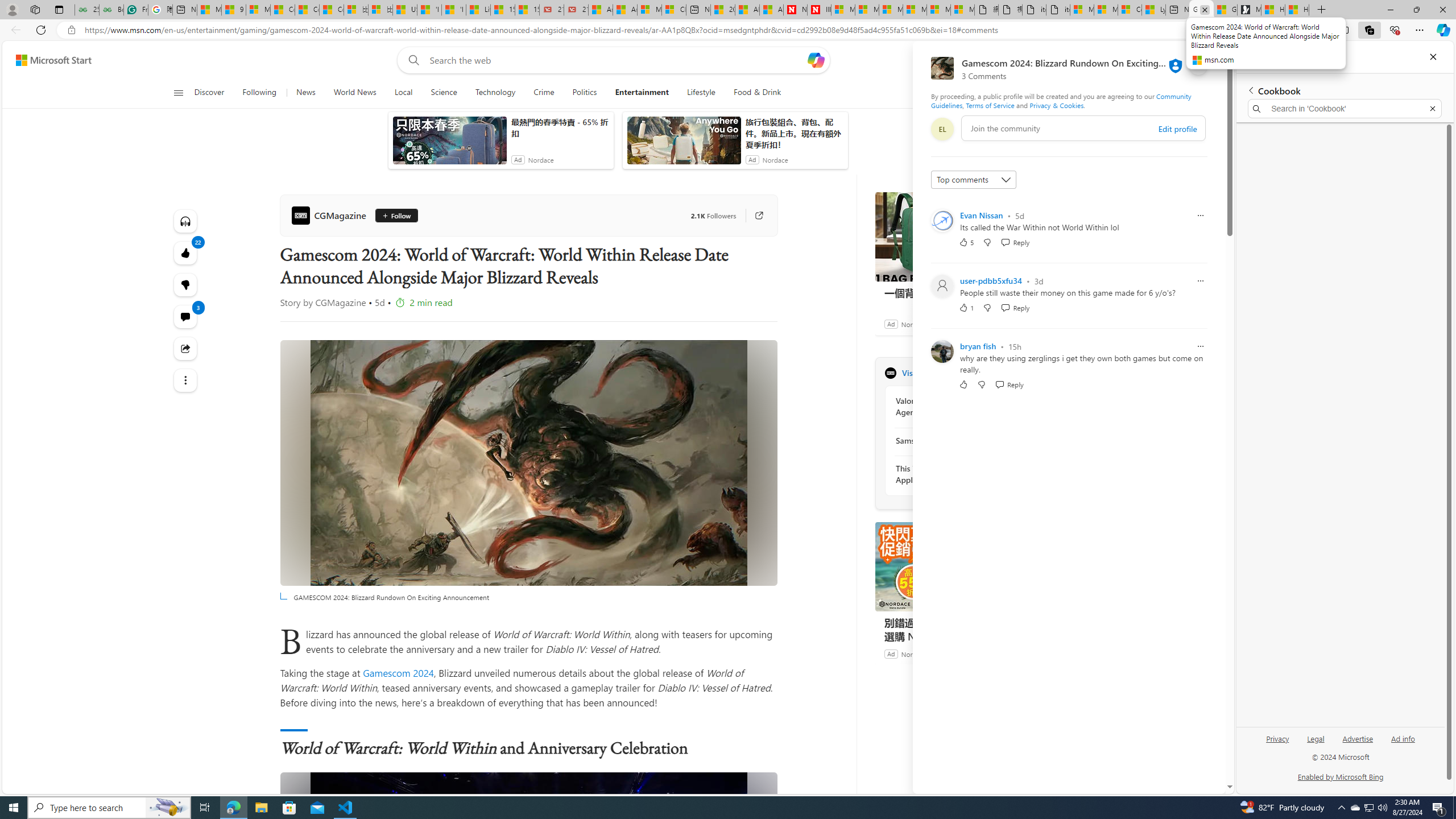  I want to click on 'Reply Reply Comment', so click(1008, 384).